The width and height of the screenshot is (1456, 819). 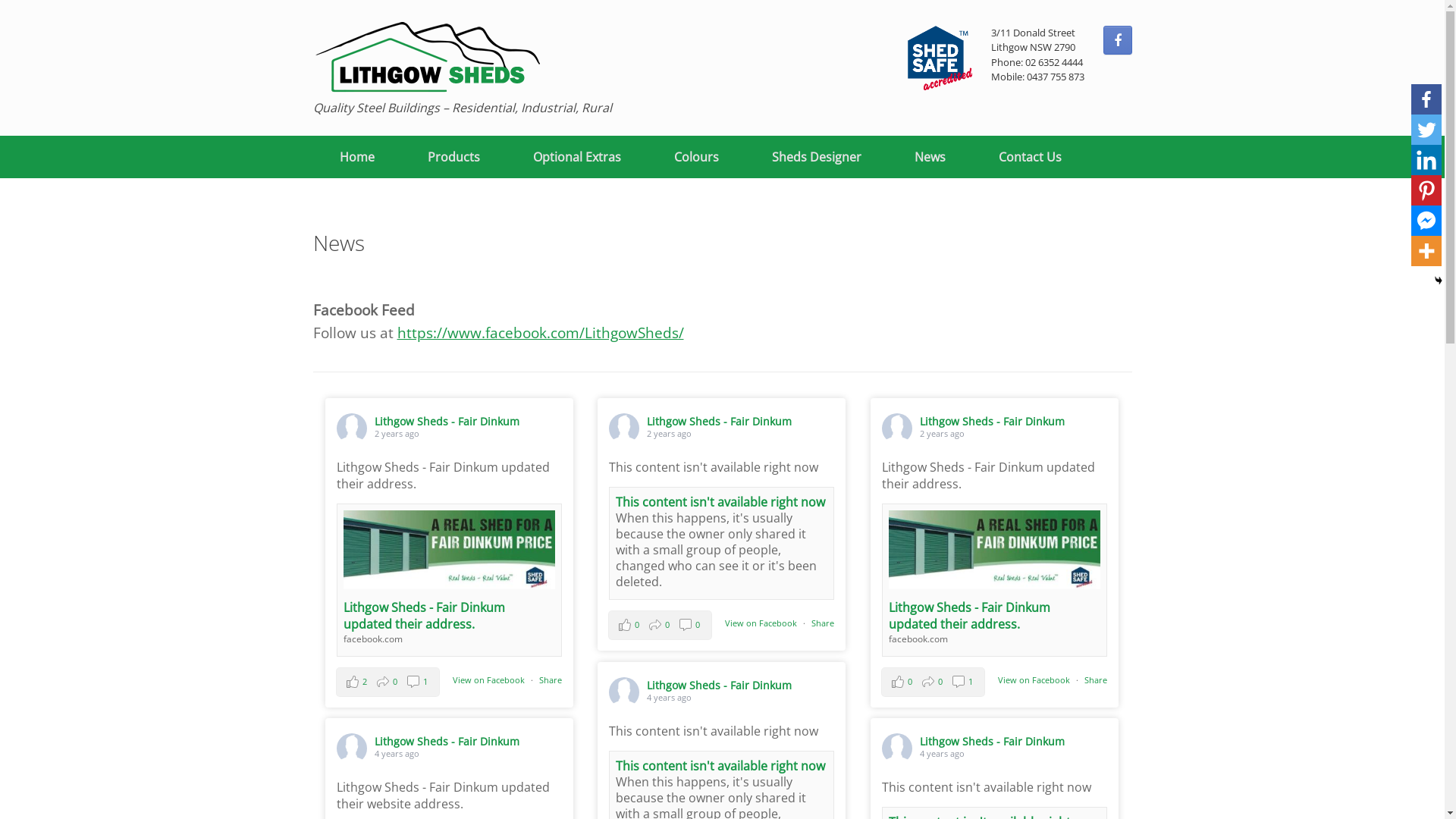 I want to click on 'Contact Us', so click(x=1030, y=157).